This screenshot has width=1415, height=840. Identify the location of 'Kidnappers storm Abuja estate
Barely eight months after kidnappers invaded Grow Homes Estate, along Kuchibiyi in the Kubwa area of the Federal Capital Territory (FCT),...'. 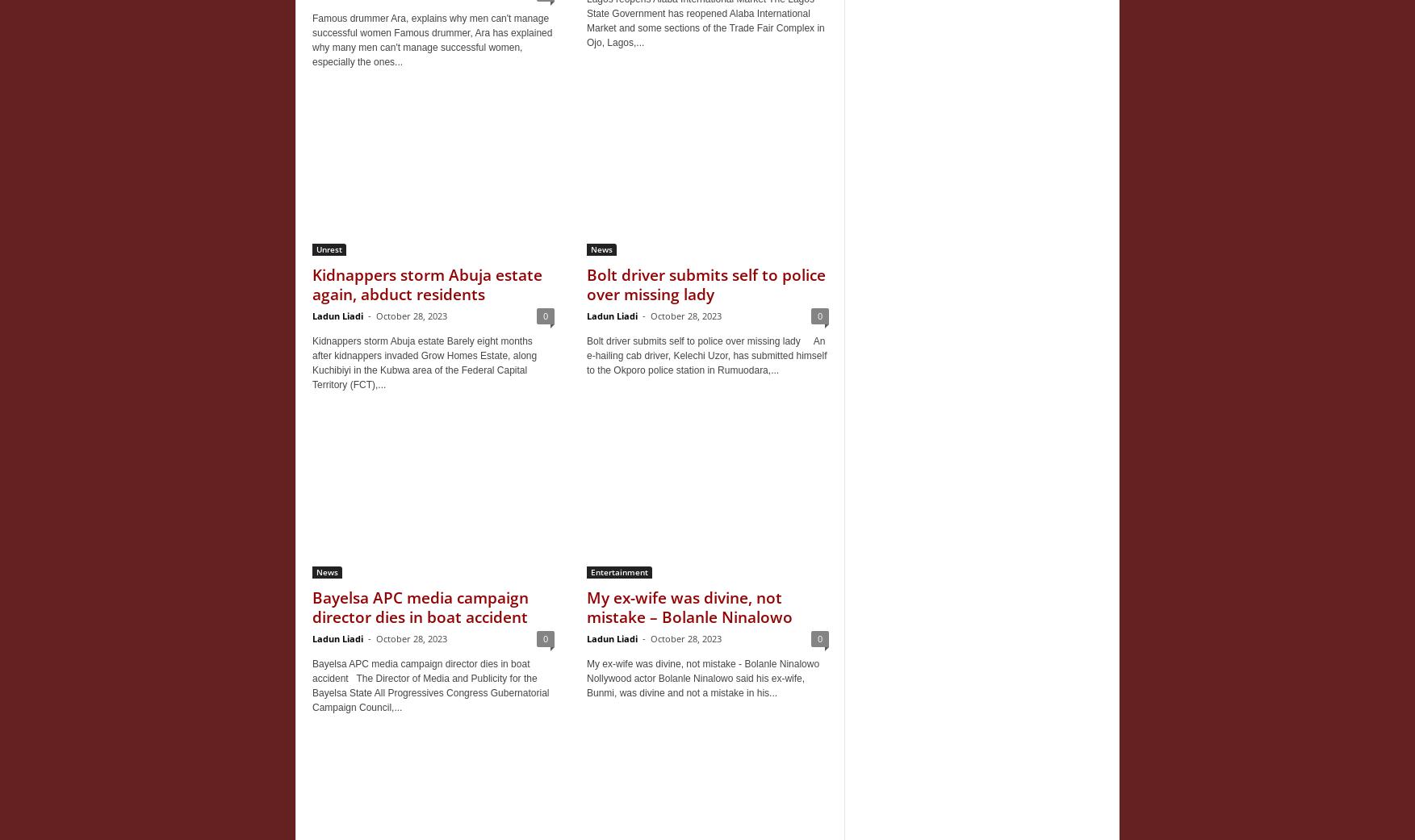
(425, 362).